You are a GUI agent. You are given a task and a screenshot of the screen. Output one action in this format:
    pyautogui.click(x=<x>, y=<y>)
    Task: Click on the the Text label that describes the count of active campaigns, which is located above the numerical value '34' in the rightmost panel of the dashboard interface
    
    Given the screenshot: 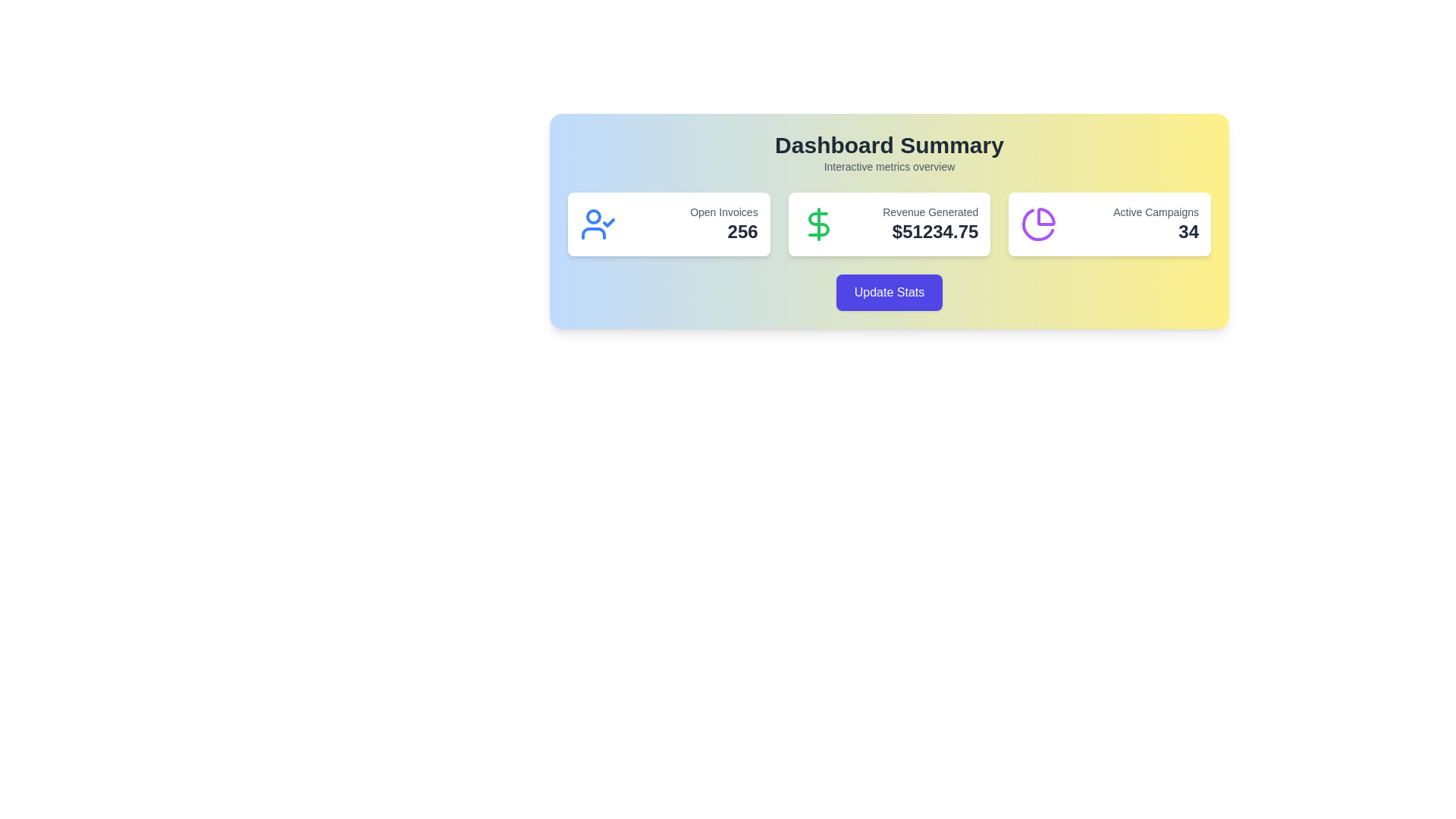 What is the action you would take?
    pyautogui.click(x=1155, y=212)
    